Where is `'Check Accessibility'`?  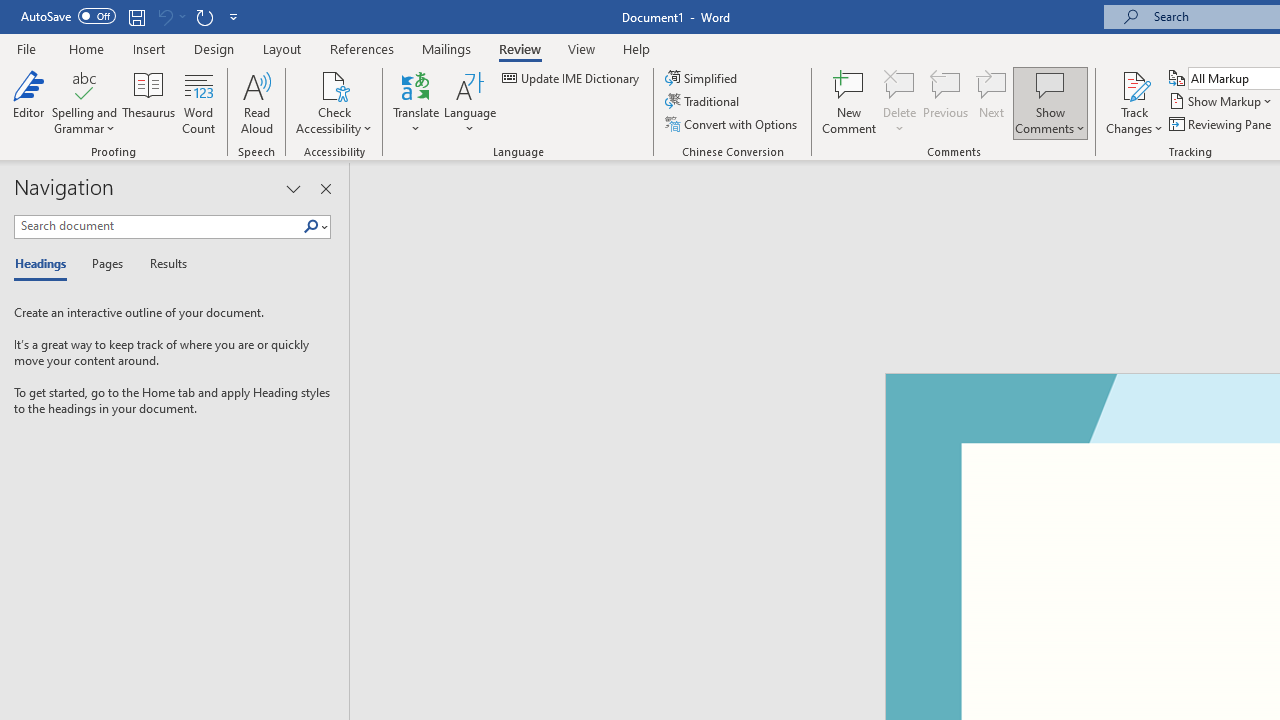 'Check Accessibility' is located at coordinates (334, 103).